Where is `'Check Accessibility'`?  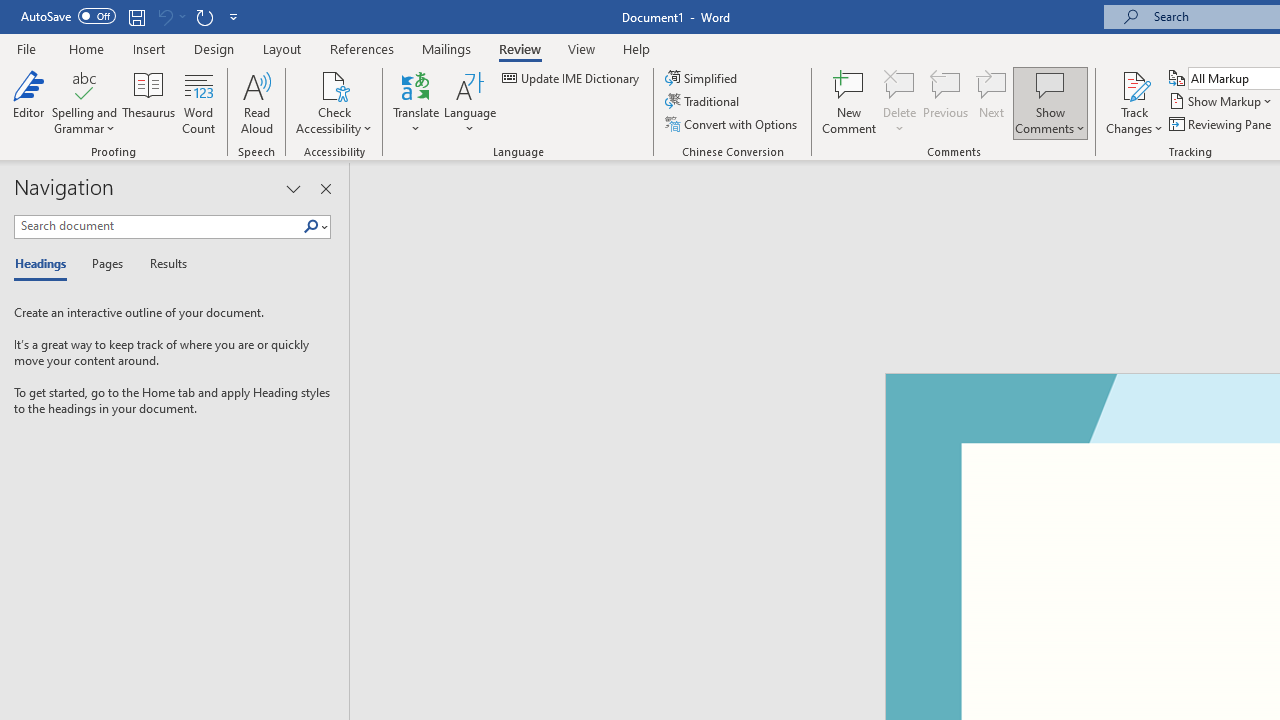 'Check Accessibility' is located at coordinates (334, 103).